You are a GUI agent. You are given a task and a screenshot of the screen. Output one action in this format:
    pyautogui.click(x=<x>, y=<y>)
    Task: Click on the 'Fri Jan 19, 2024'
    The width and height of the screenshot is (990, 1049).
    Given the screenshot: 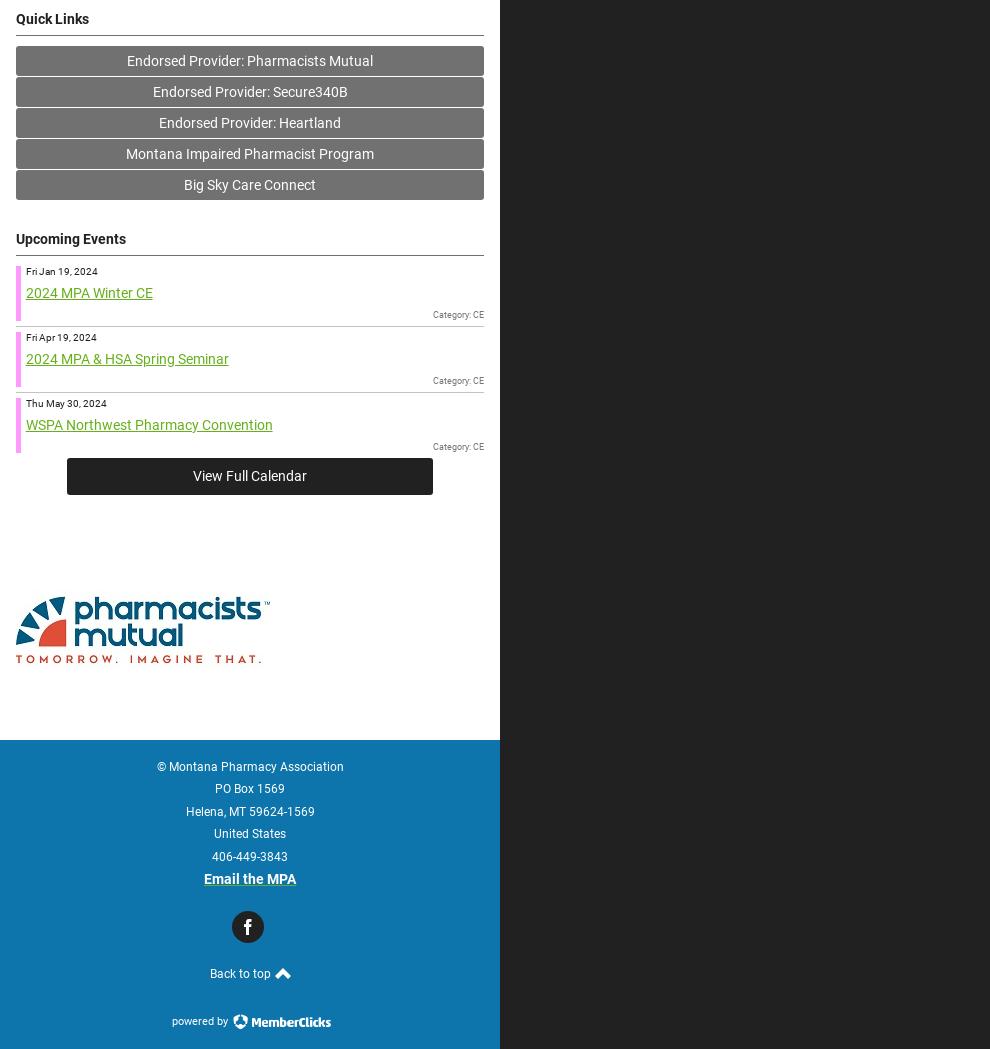 What is the action you would take?
    pyautogui.click(x=60, y=269)
    